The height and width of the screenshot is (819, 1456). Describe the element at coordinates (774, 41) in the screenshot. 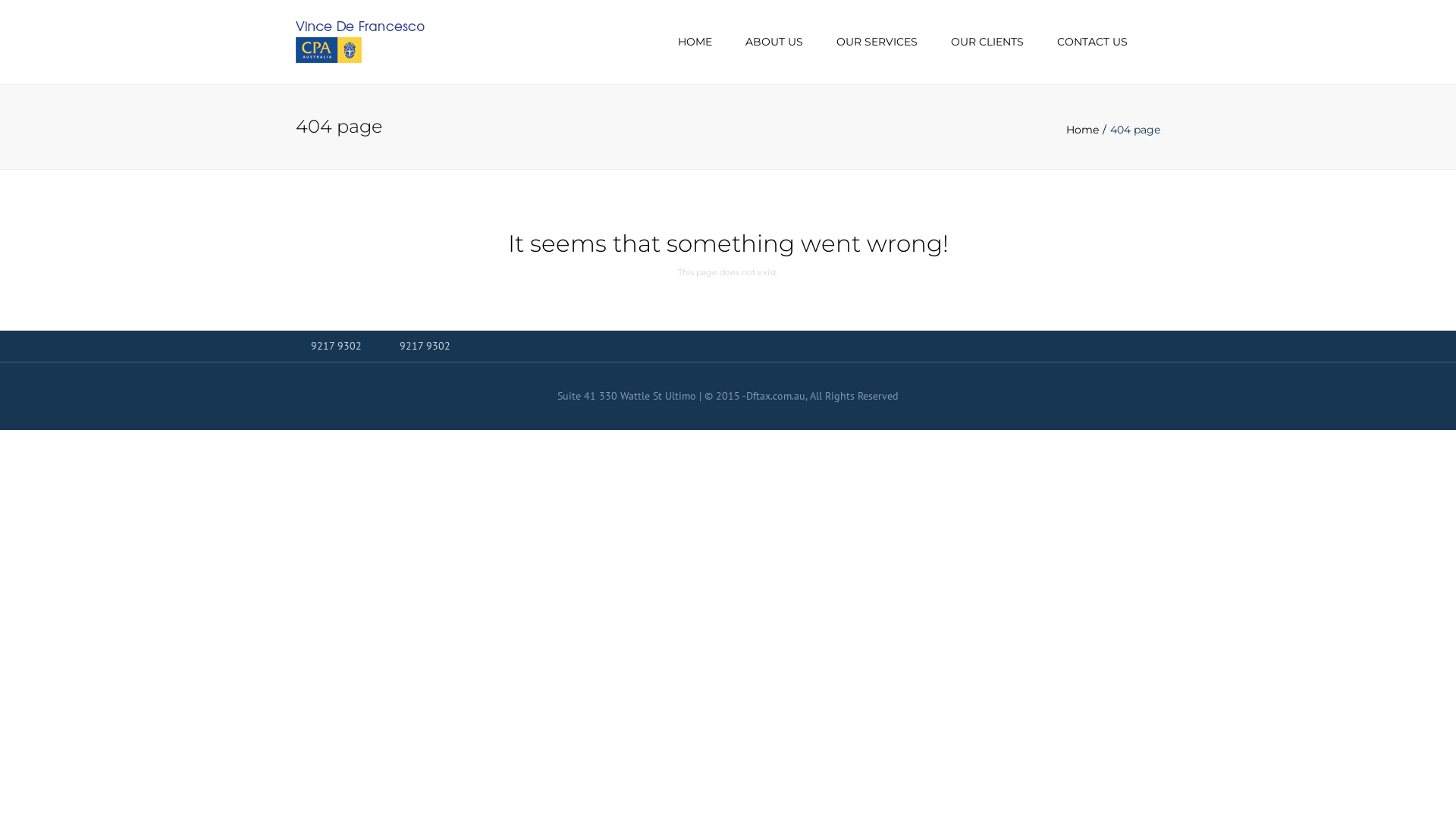

I see `'ABOUT US'` at that location.